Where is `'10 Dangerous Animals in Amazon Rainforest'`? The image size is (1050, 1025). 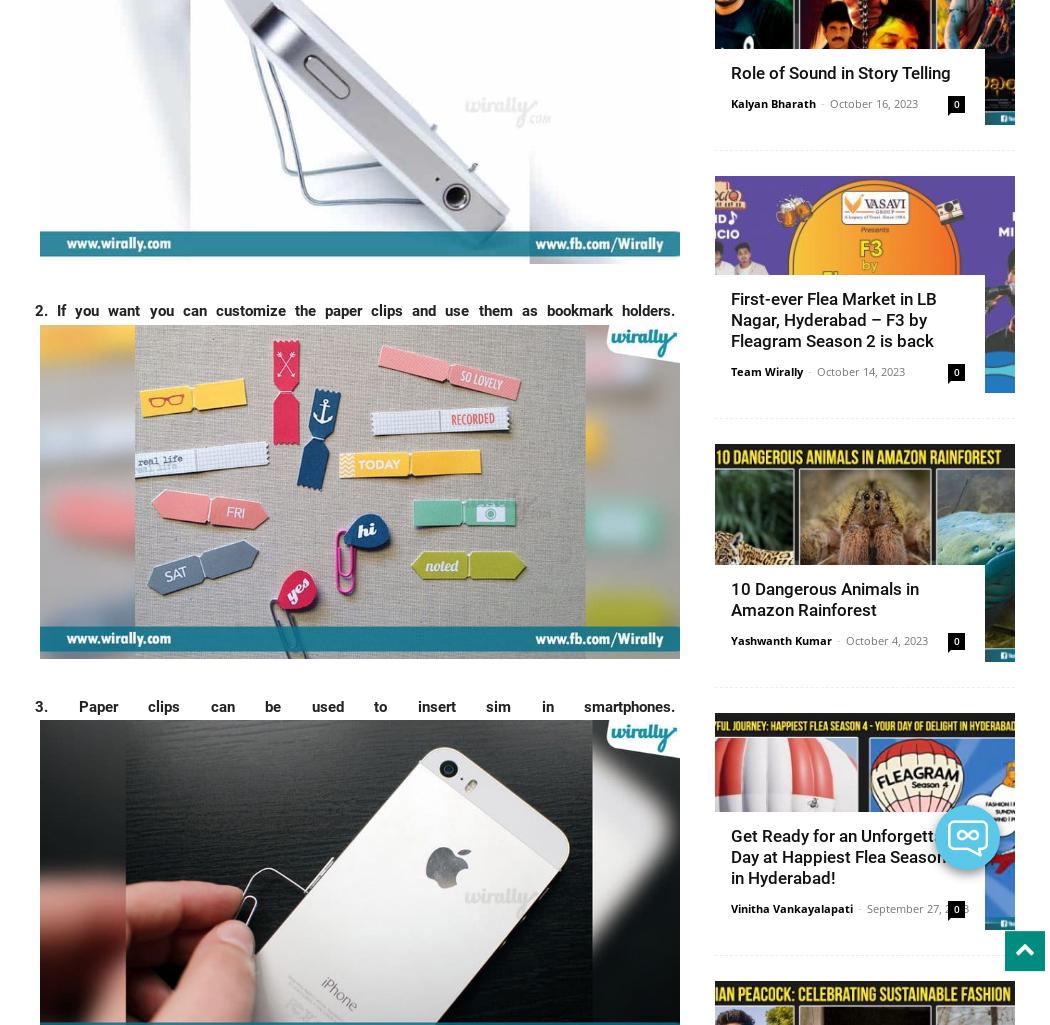
'10 Dangerous Animals in Amazon Rainforest' is located at coordinates (730, 598).